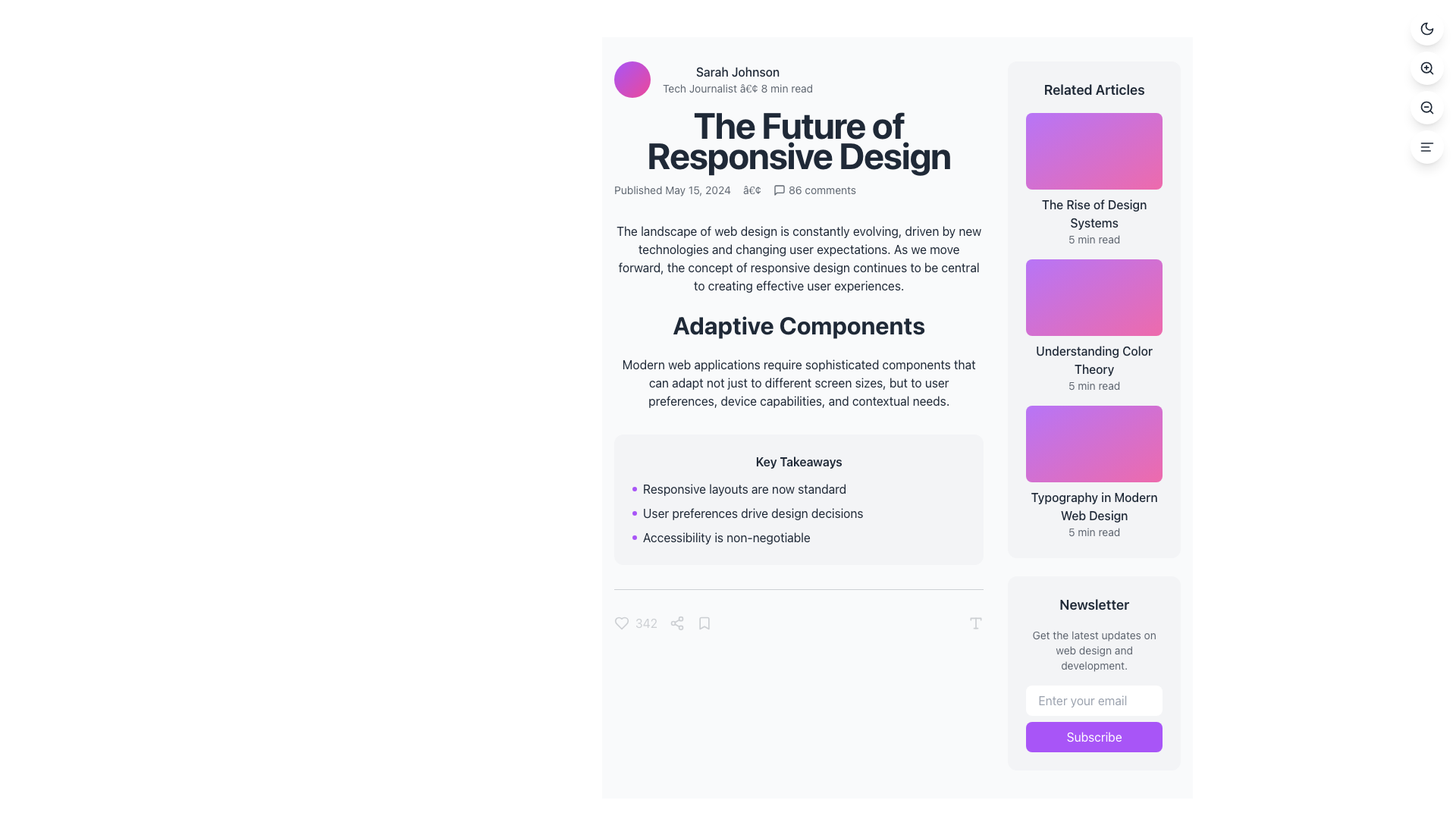 The image size is (1456, 819). What do you see at coordinates (704, 623) in the screenshot?
I see `the save/bookmark icon located in the footer of the article` at bounding box center [704, 623].